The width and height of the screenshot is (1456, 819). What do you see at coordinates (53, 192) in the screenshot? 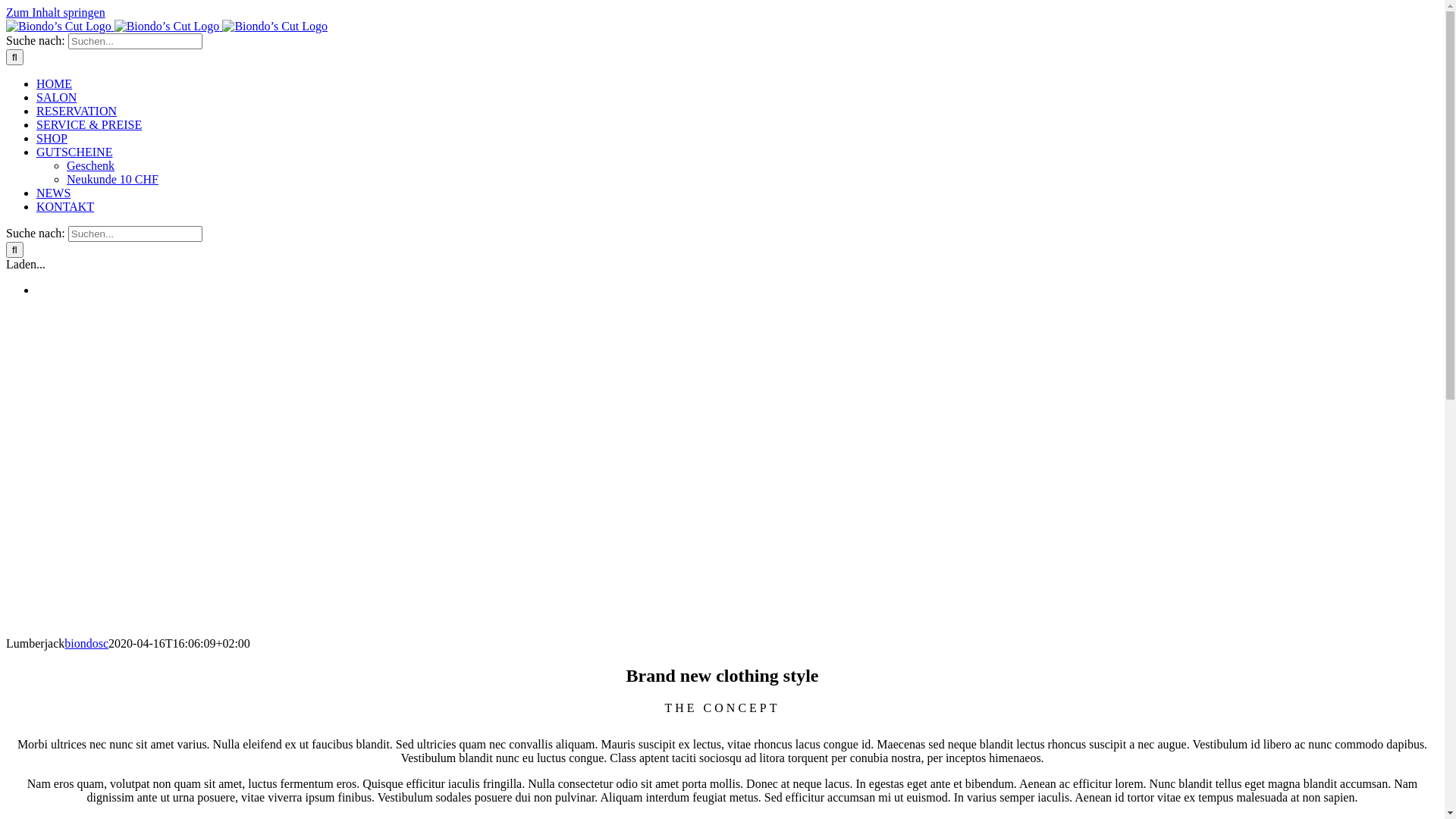
I see `'NEWS'` at bounding box center [53, 192].